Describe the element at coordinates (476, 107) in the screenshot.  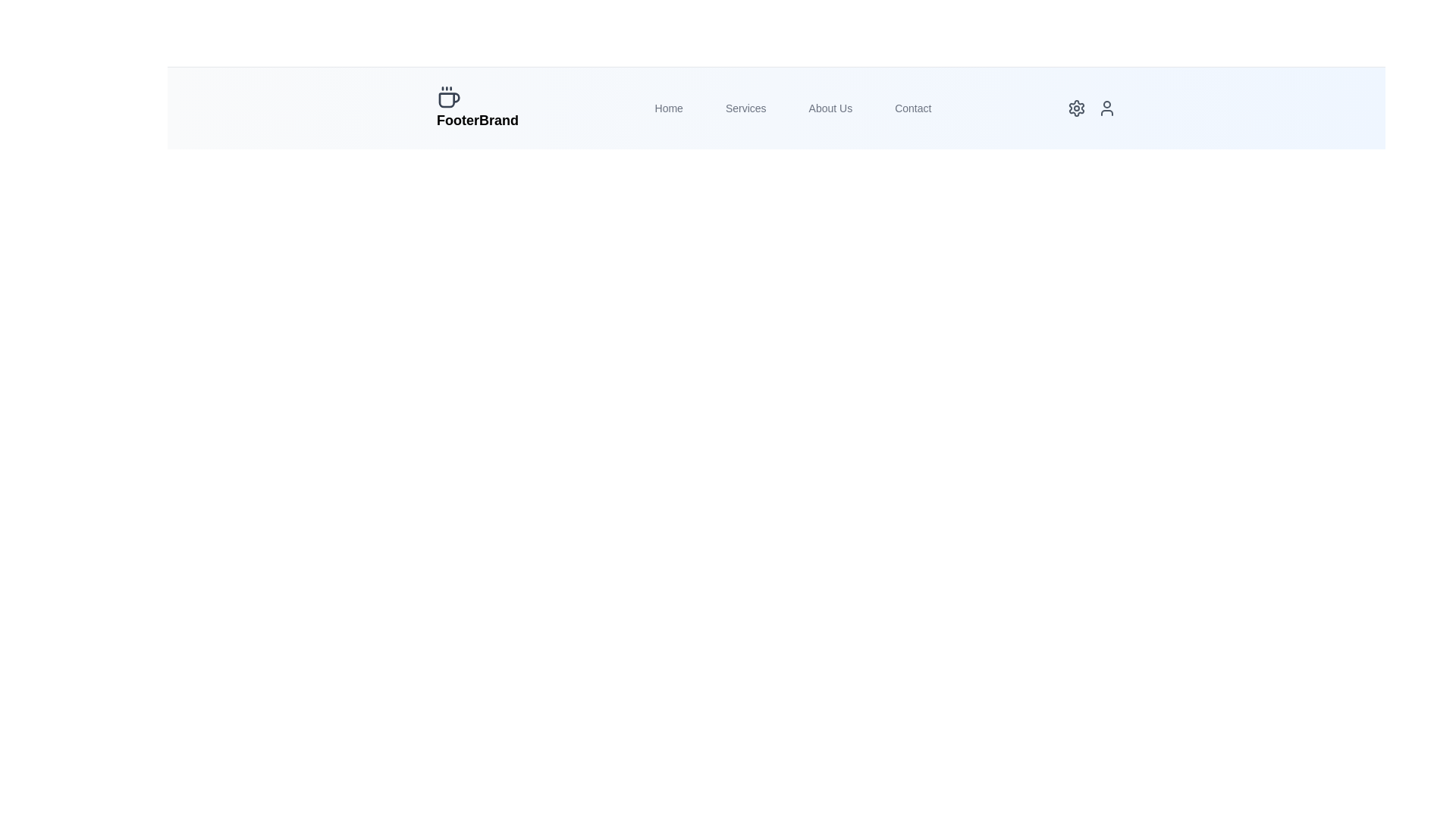
I see `the 'FooterBrand' logo with the coffee cup icon on the leftmost side of the header to redirect to the homepage` at that location.